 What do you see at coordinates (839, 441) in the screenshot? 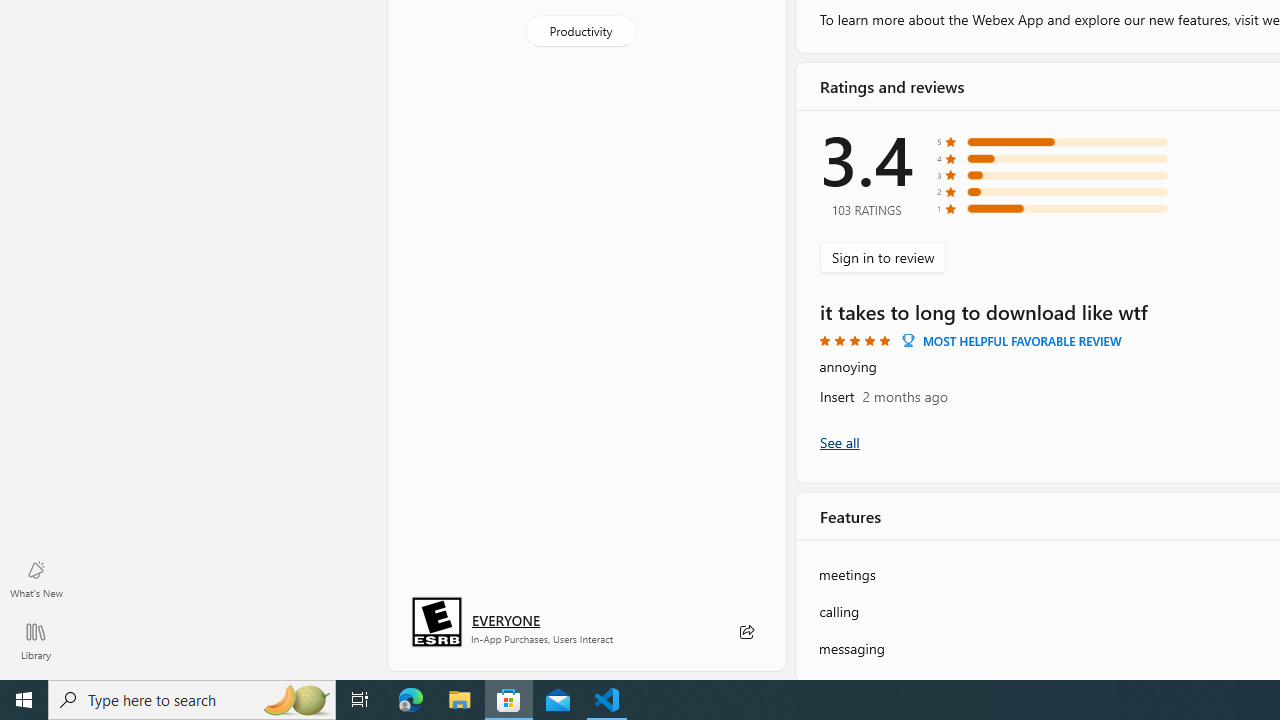
I see `'Show all ratings and reviews'` at bounding box center [839, 441].